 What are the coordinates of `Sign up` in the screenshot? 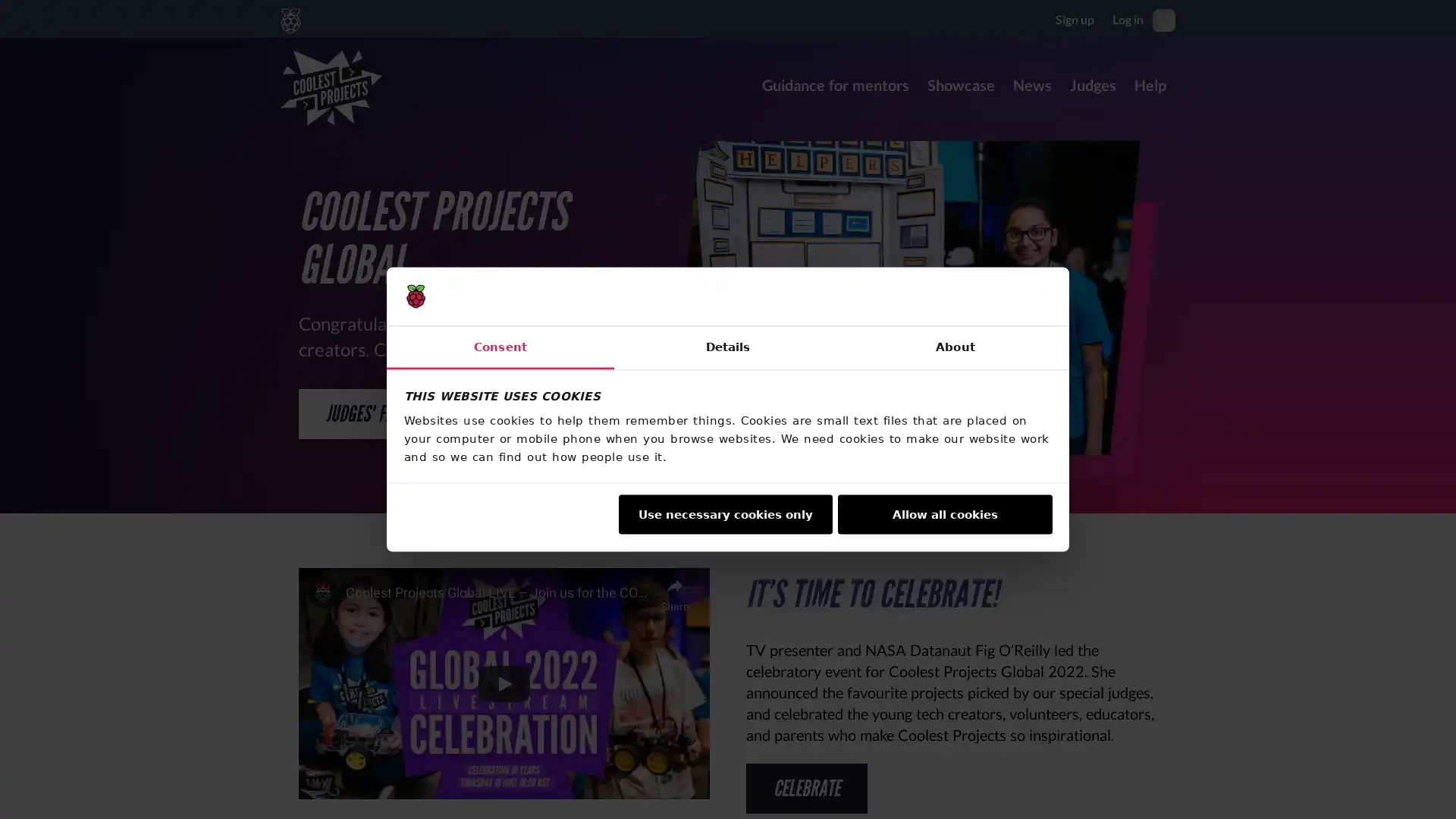 It's located at (1074, 18).